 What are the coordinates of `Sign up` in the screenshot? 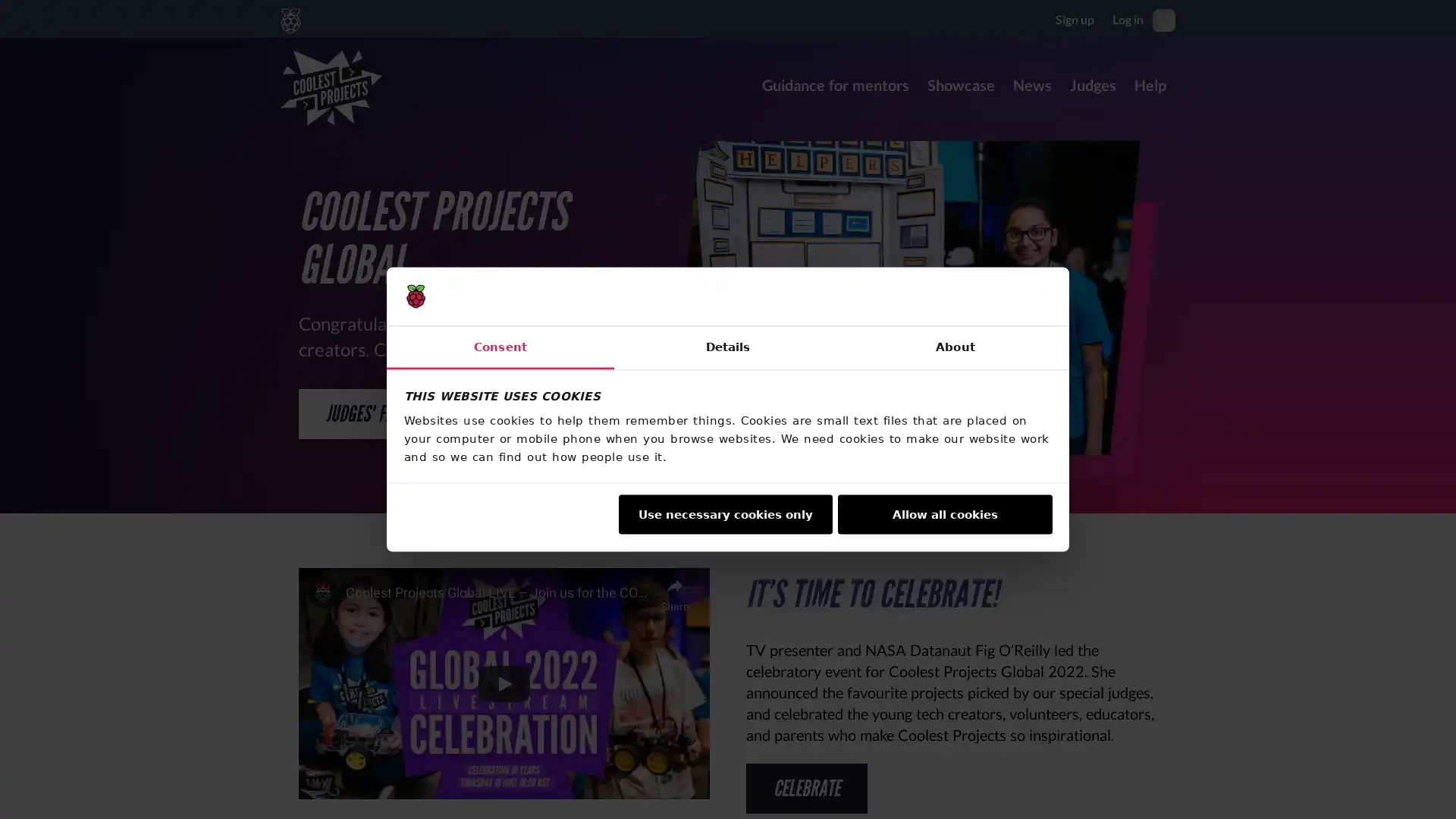 It's located at (1074, 18).